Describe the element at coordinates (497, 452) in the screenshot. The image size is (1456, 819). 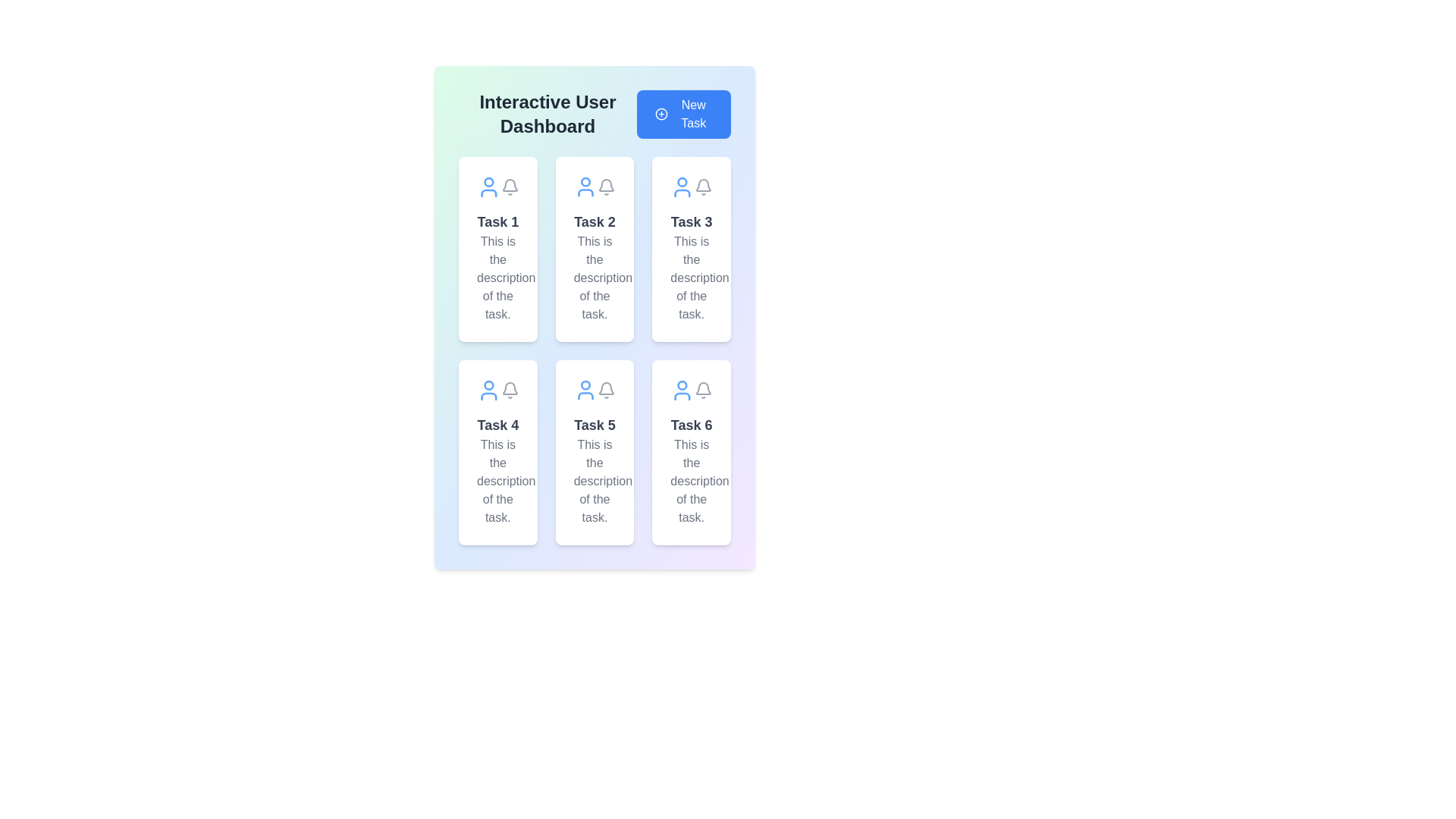
I see `the task item card located in the second row, first column of the grid layout` at that location.